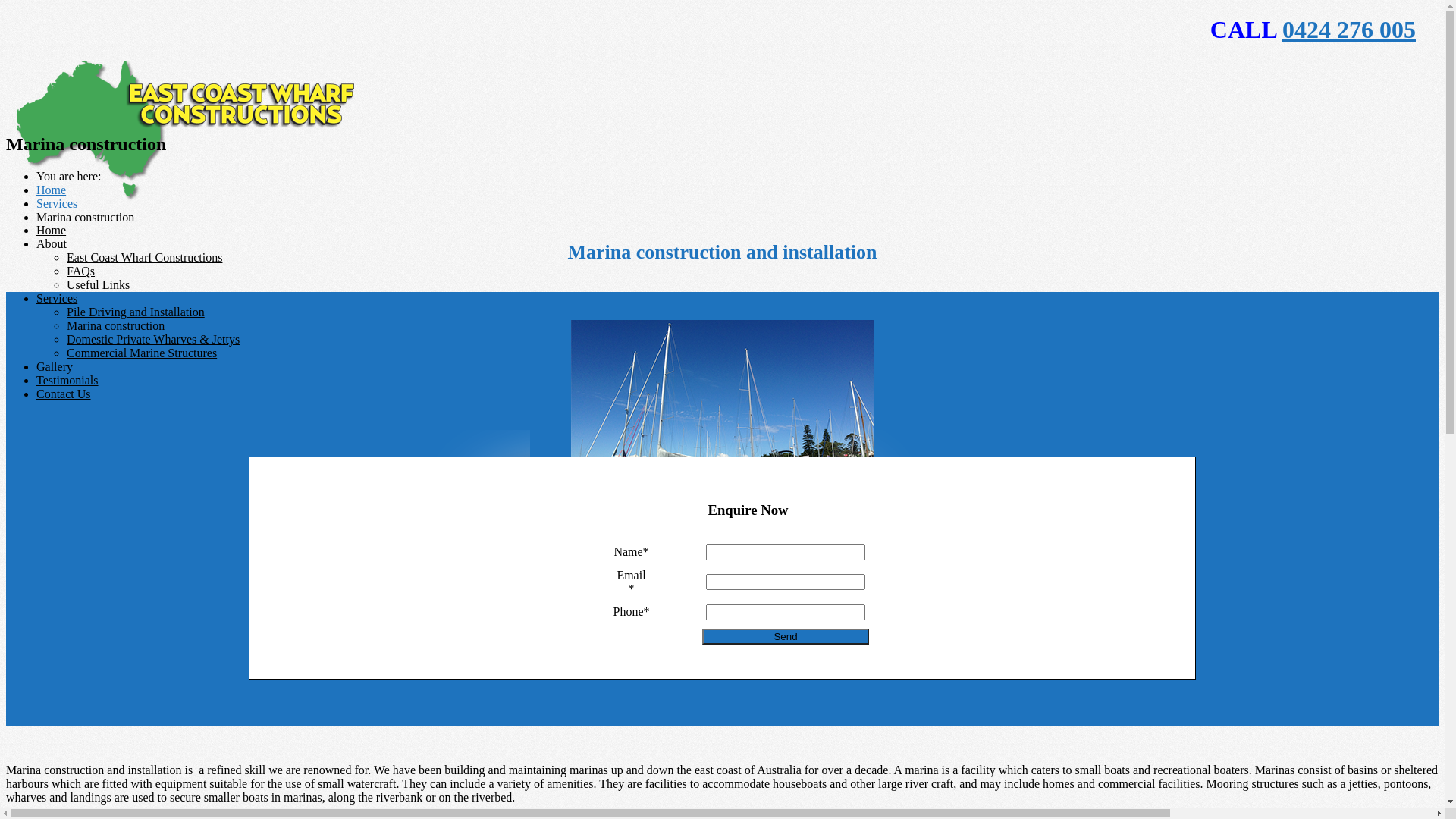  Describe the element at coordinates (65, 325) in the screenshot. I see `'Marina construction'` at that location.